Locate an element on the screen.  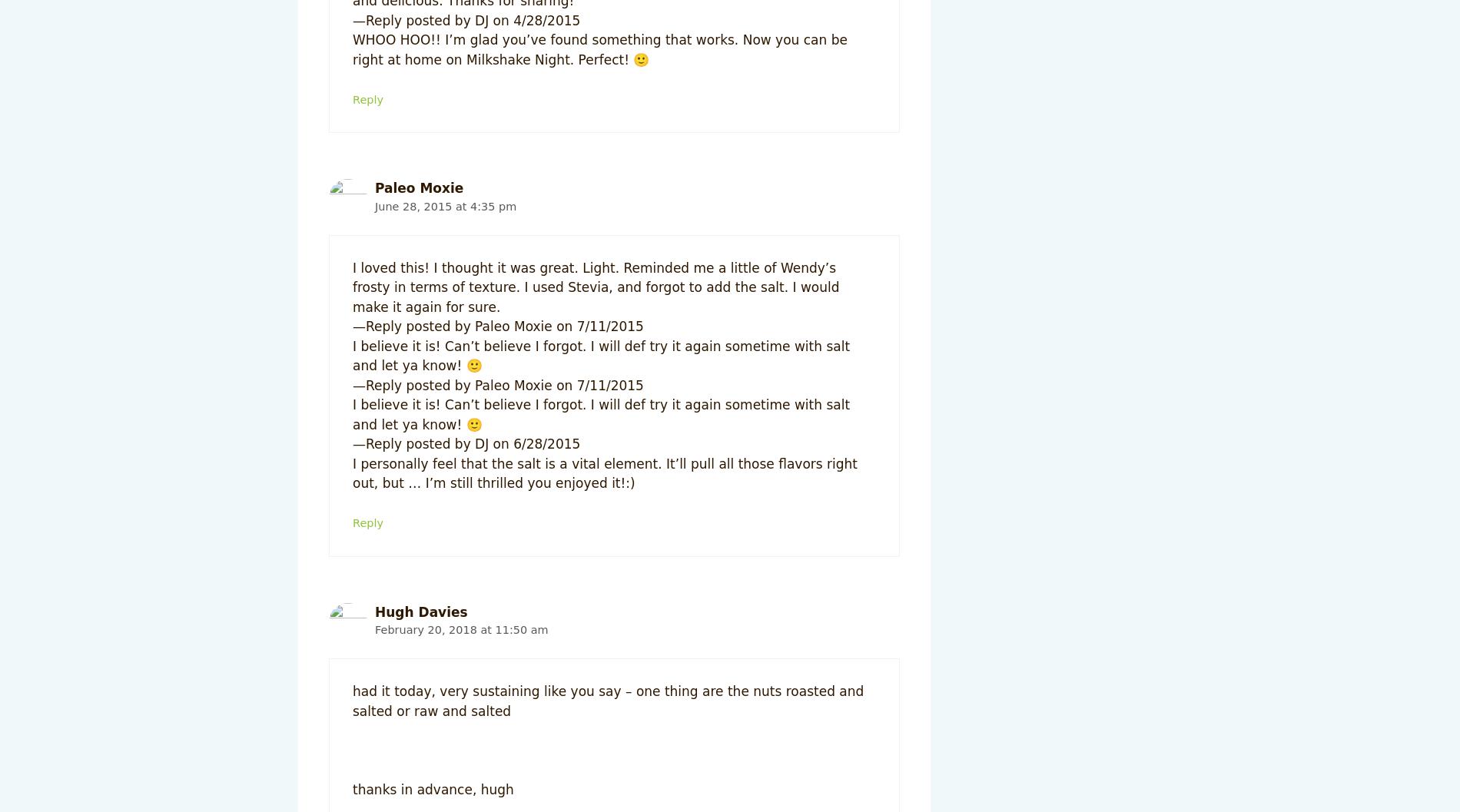
'Hugh Davies' is located at coordinates (374, 611).